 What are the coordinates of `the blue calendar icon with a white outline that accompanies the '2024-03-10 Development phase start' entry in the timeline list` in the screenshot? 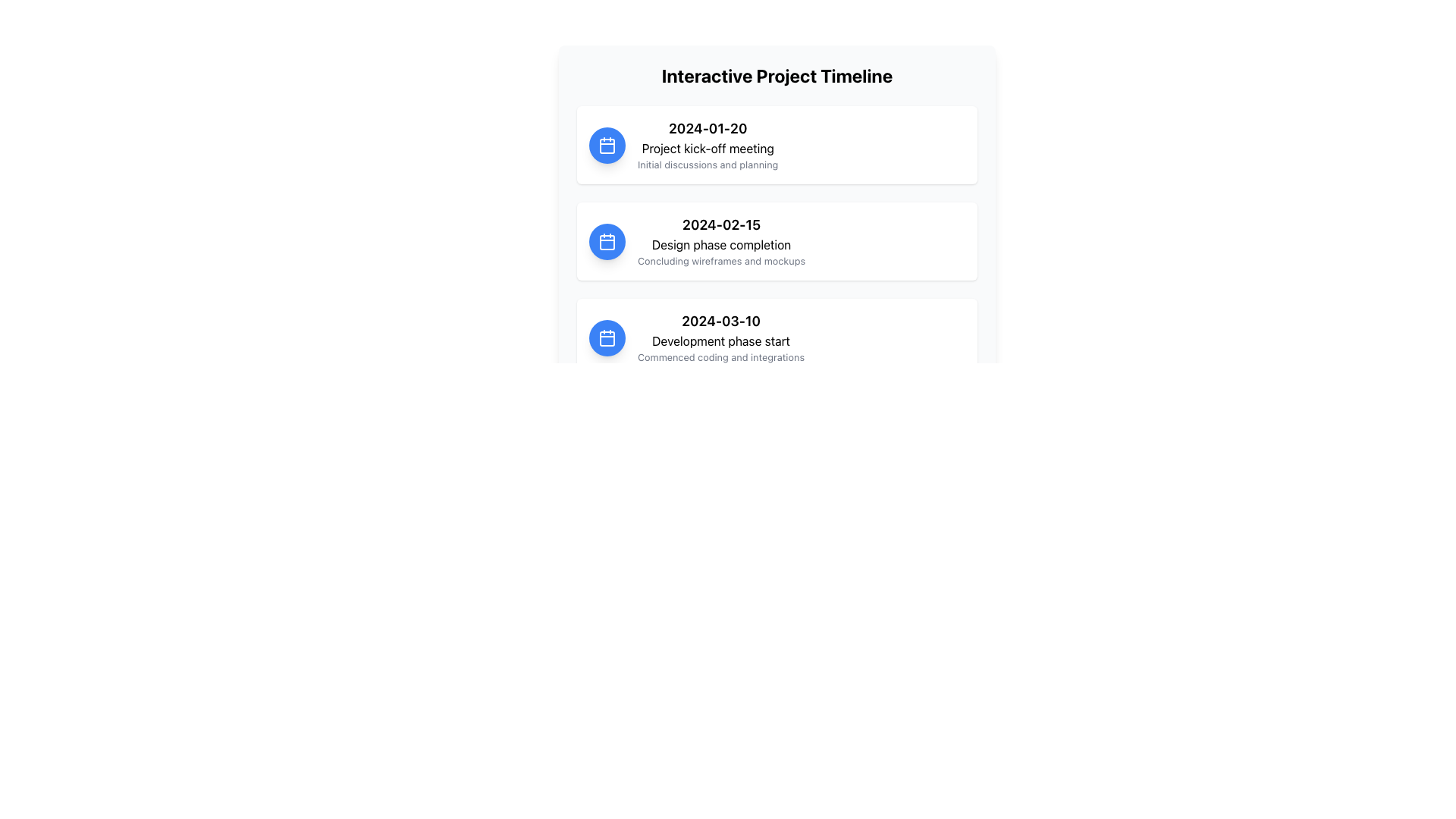 It's located at (607, 336).